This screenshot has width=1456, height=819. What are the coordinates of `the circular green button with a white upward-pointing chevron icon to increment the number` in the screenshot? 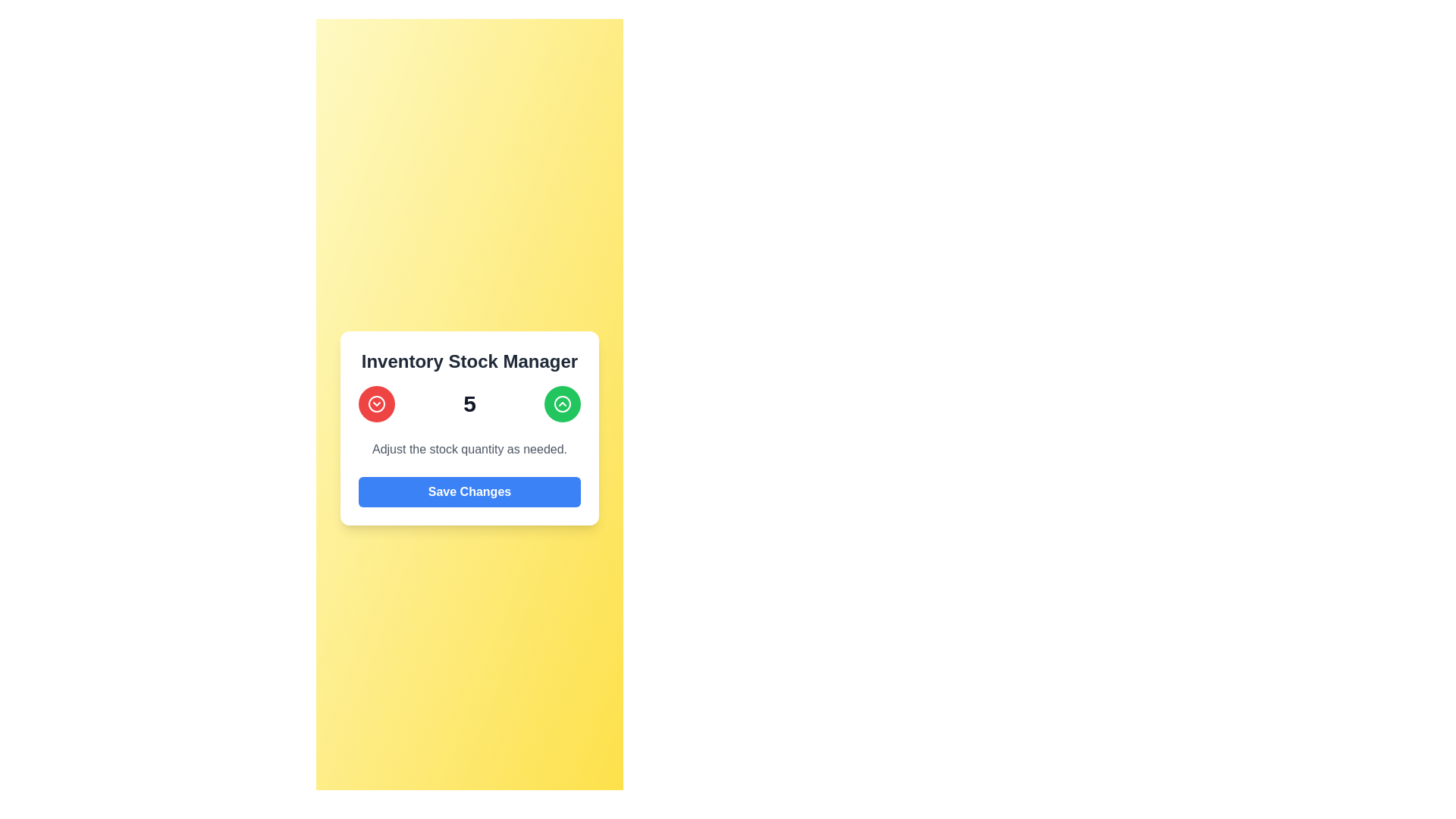 It's located at (562, 403).